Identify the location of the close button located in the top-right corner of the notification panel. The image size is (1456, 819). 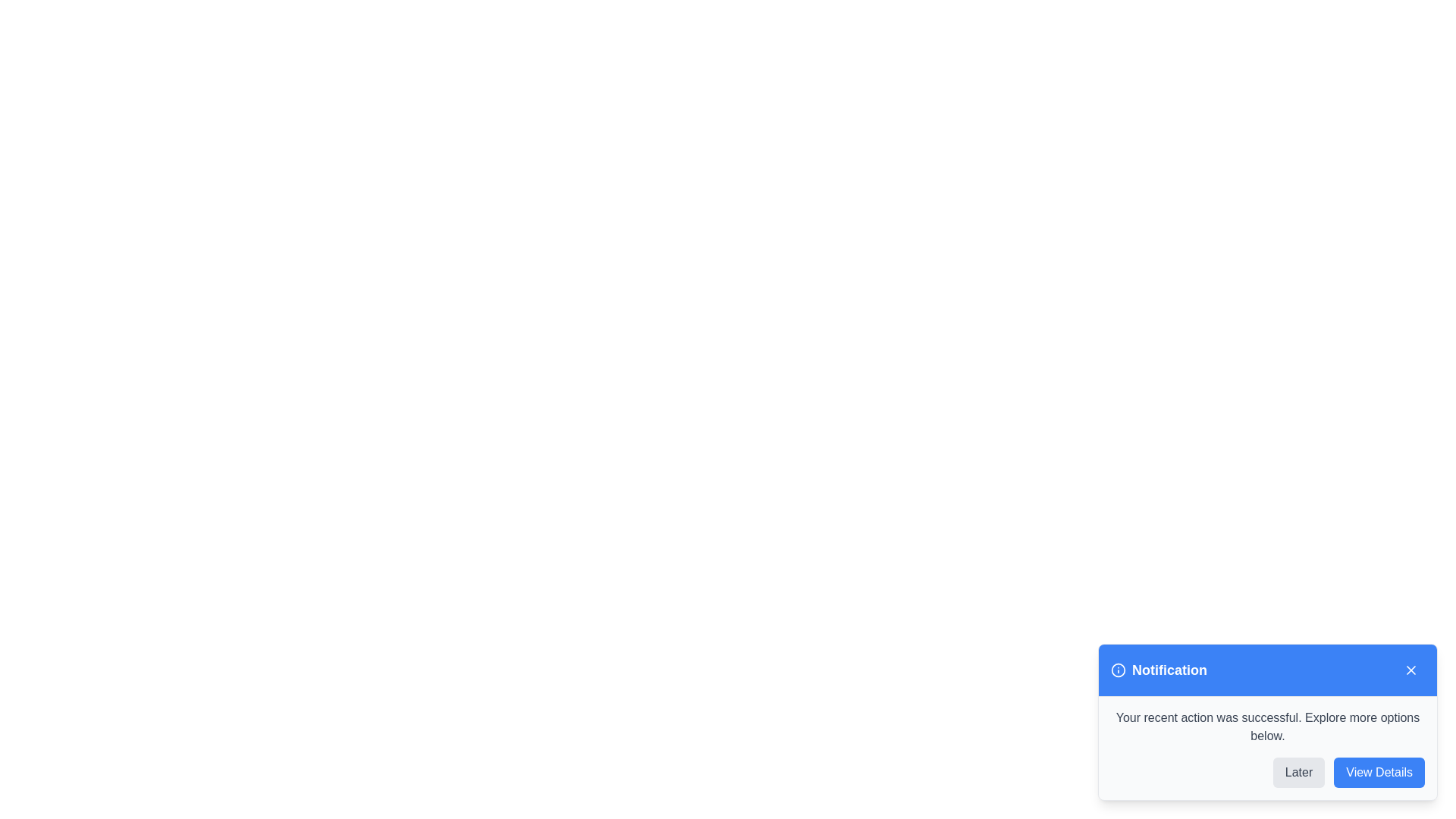
(1410, 669).